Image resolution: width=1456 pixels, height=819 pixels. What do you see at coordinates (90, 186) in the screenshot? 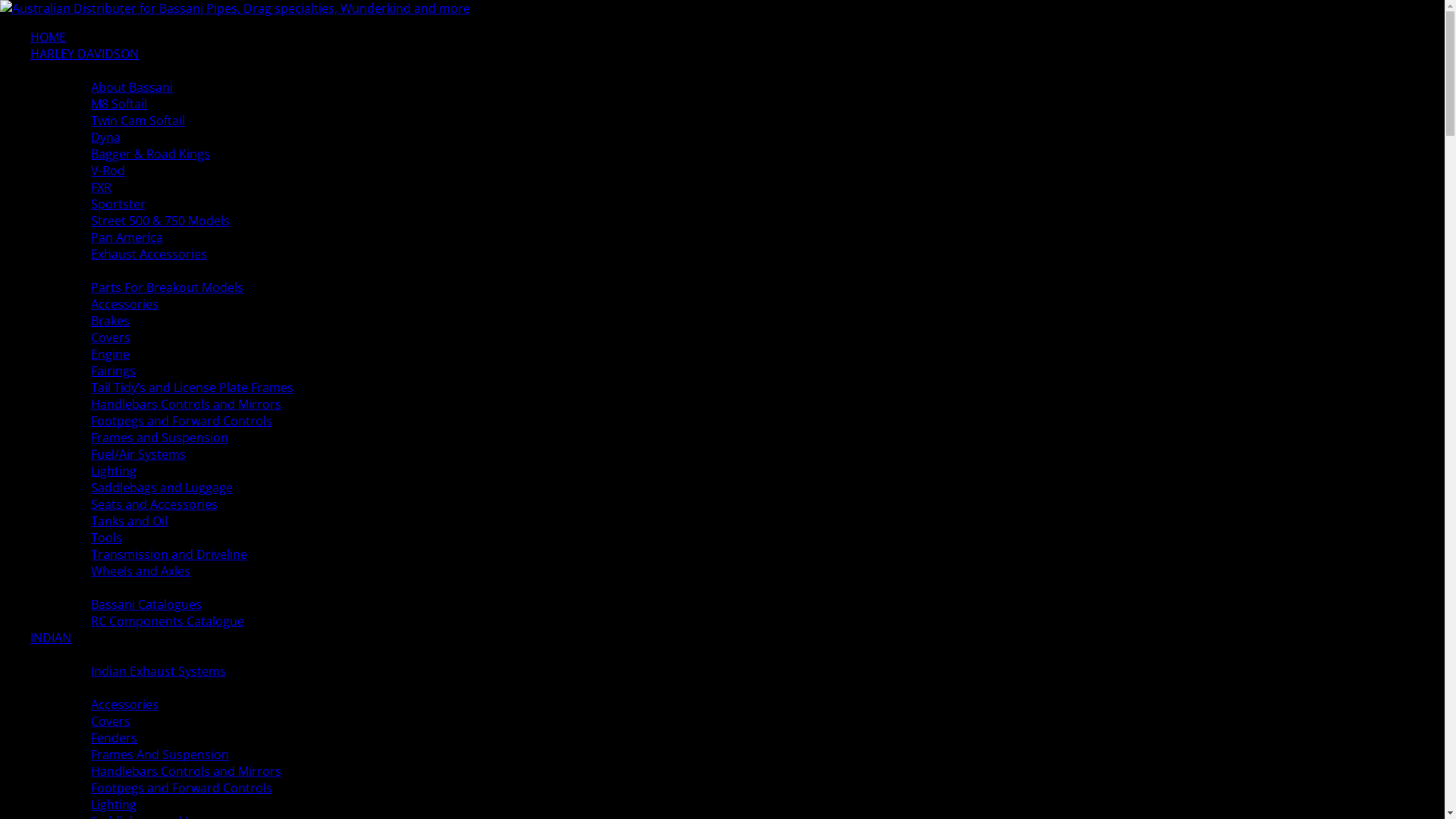
I see `'FXR'` at bounding box center [90, 186].